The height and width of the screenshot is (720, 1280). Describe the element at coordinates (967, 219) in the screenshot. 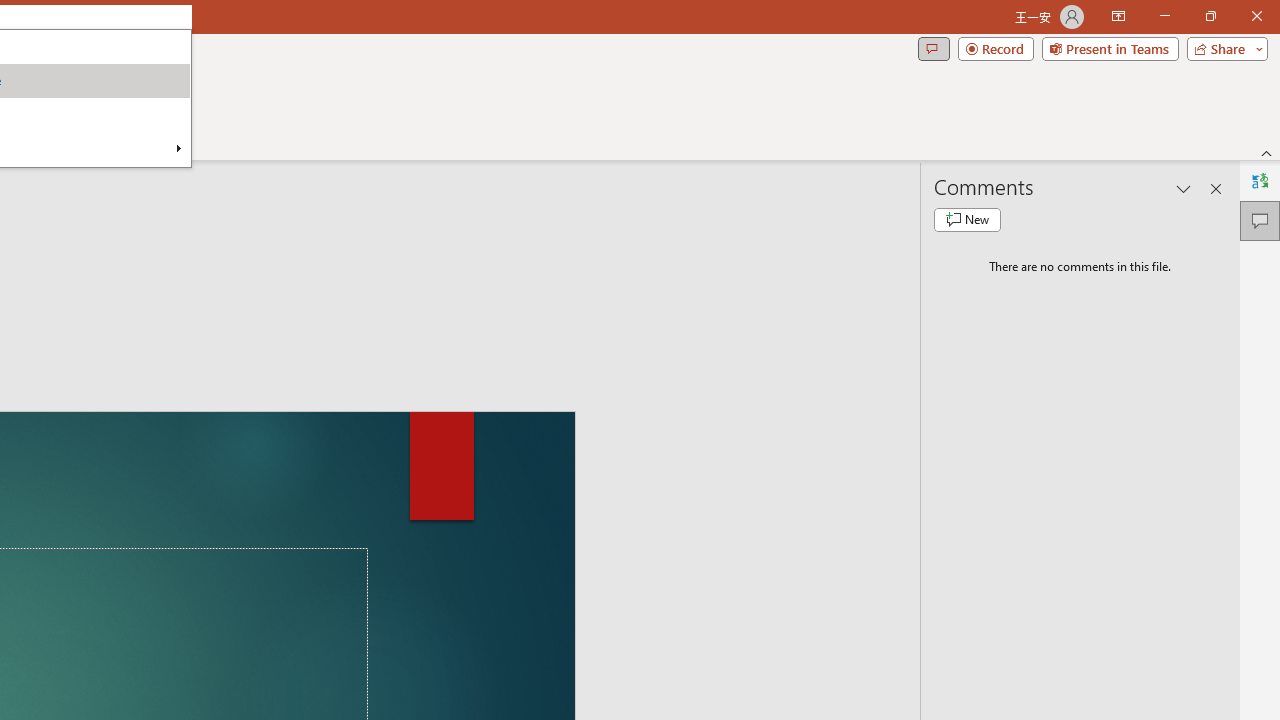

I see `'New comment'` at that location.